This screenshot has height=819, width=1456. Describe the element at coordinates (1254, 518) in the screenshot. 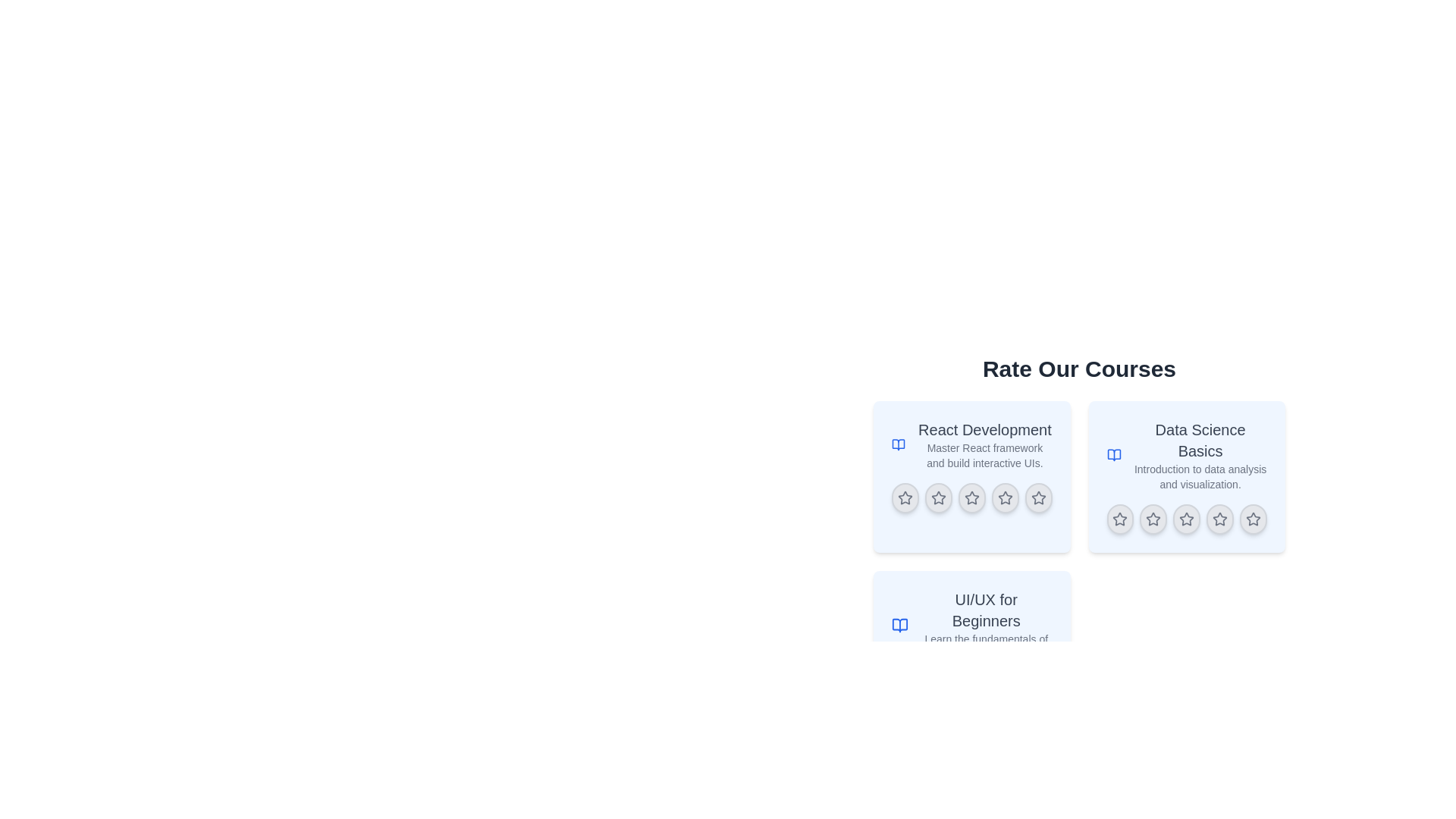

I see `the fifth star icon in the 'Rate Our Courses' interface for 'Data Science Basics'` at that location.